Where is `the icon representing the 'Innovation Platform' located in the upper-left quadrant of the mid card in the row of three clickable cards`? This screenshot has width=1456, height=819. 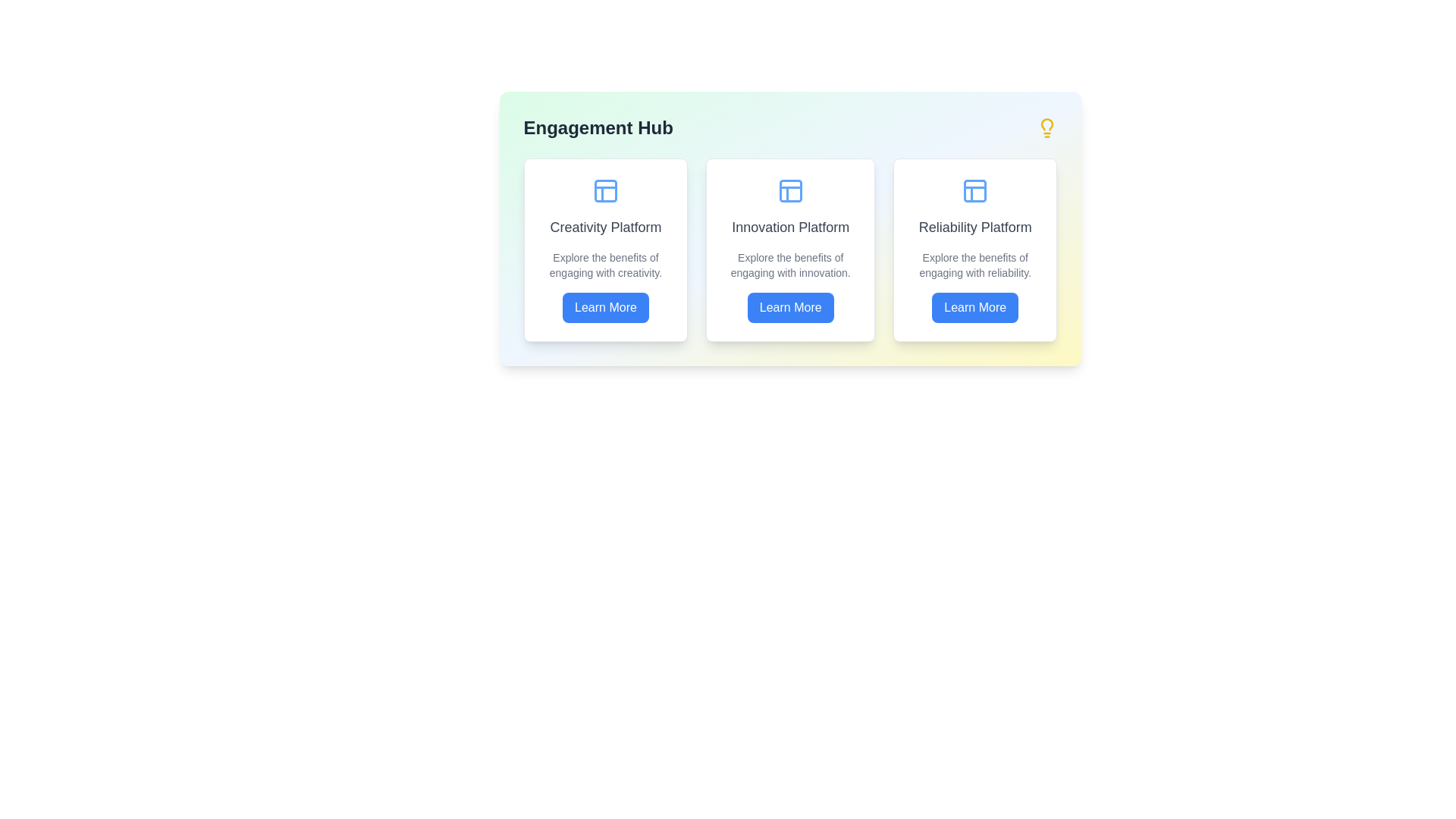 the icon representing the 'Innovation Platform' located in the upper-left quadrant of the mid card in the row of three clickable cards is located at coordinates (789, 190).